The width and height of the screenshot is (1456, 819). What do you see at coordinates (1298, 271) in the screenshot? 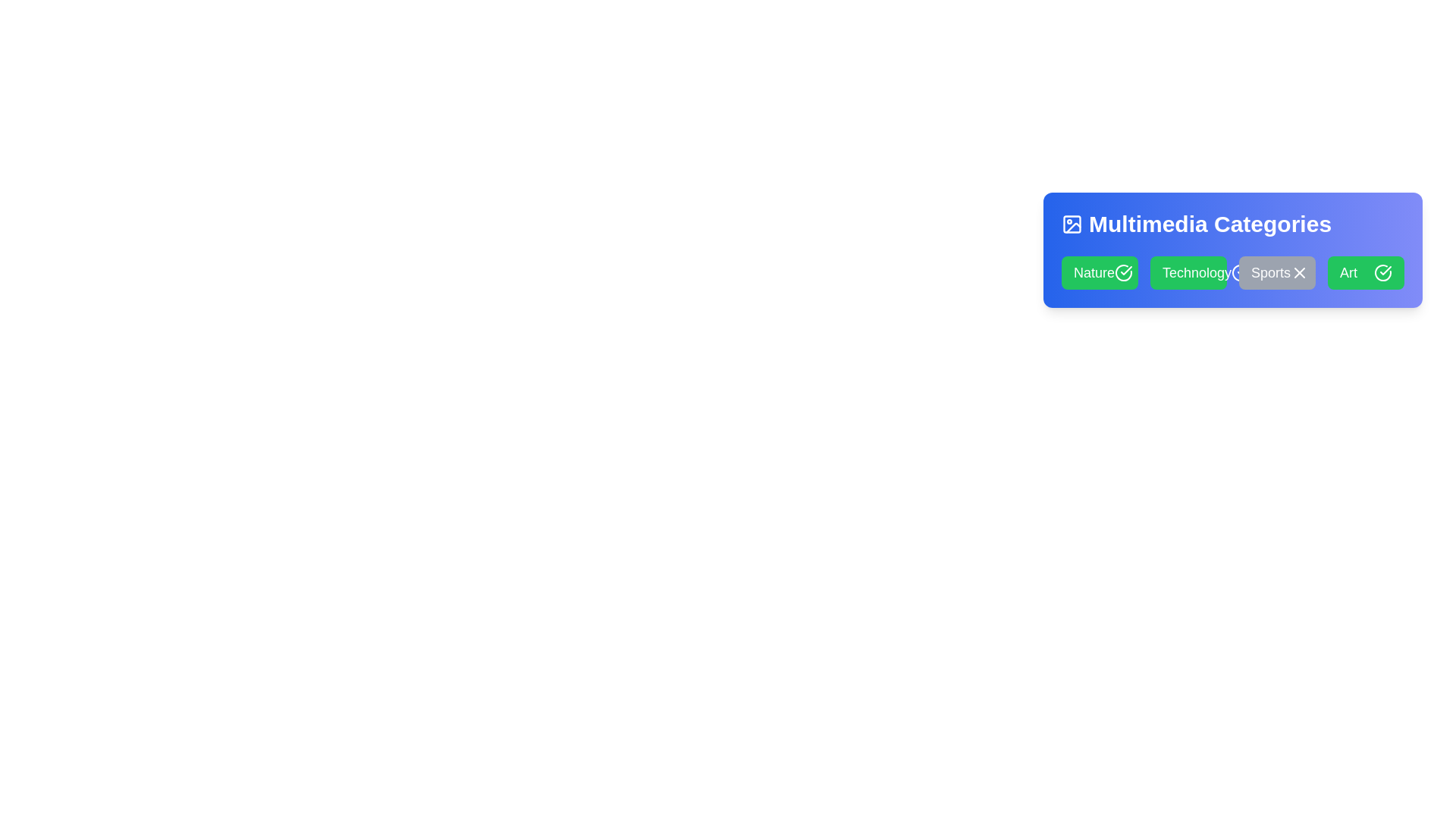
I see `the close (X) icon within the gray button labeled 'Sports' to deselect the category` at bounding box center [1298, 271].